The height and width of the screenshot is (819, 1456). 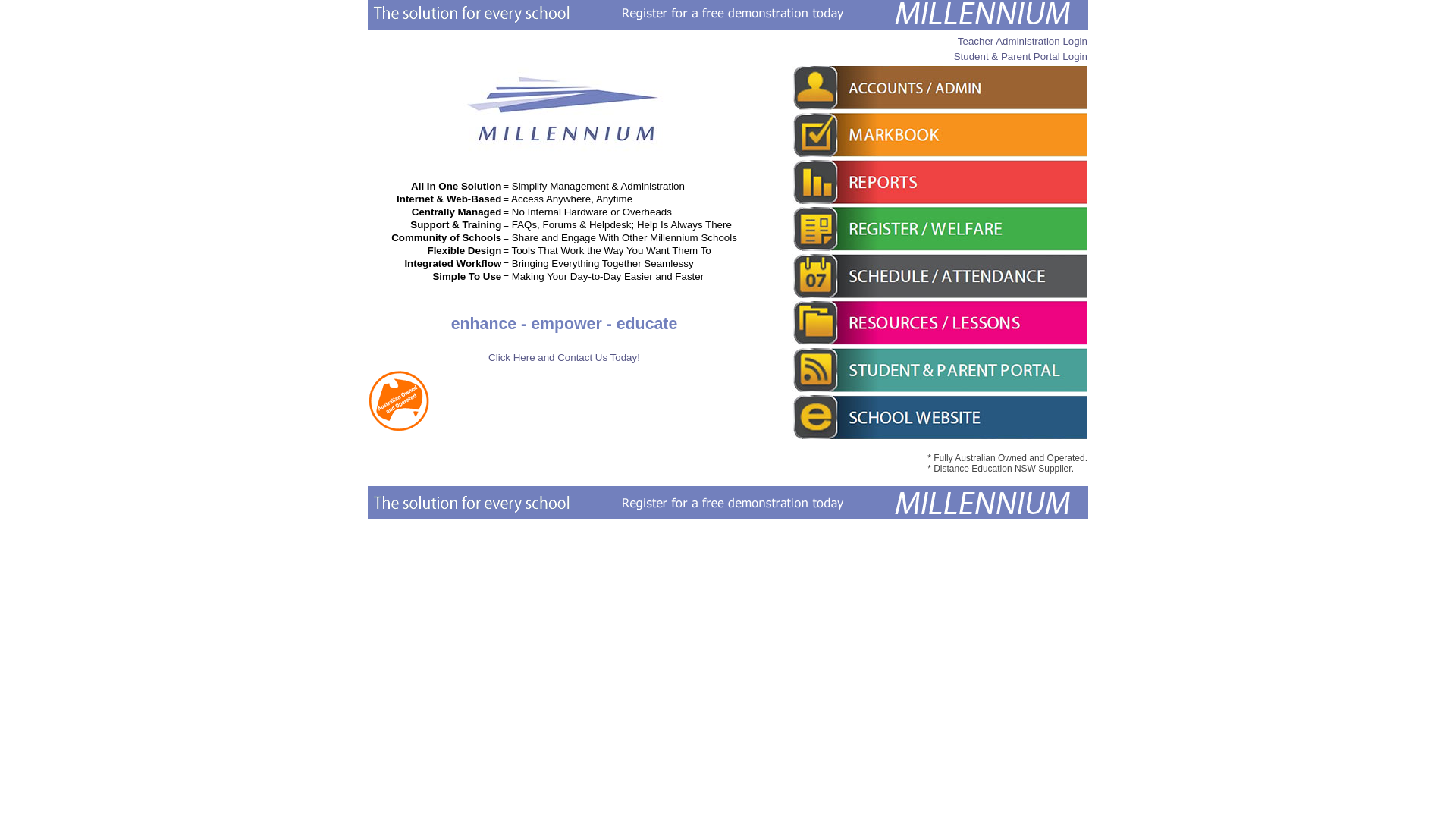 I want to click on 'Click Here and Contact Us Today!', so click(x=563, y=357).